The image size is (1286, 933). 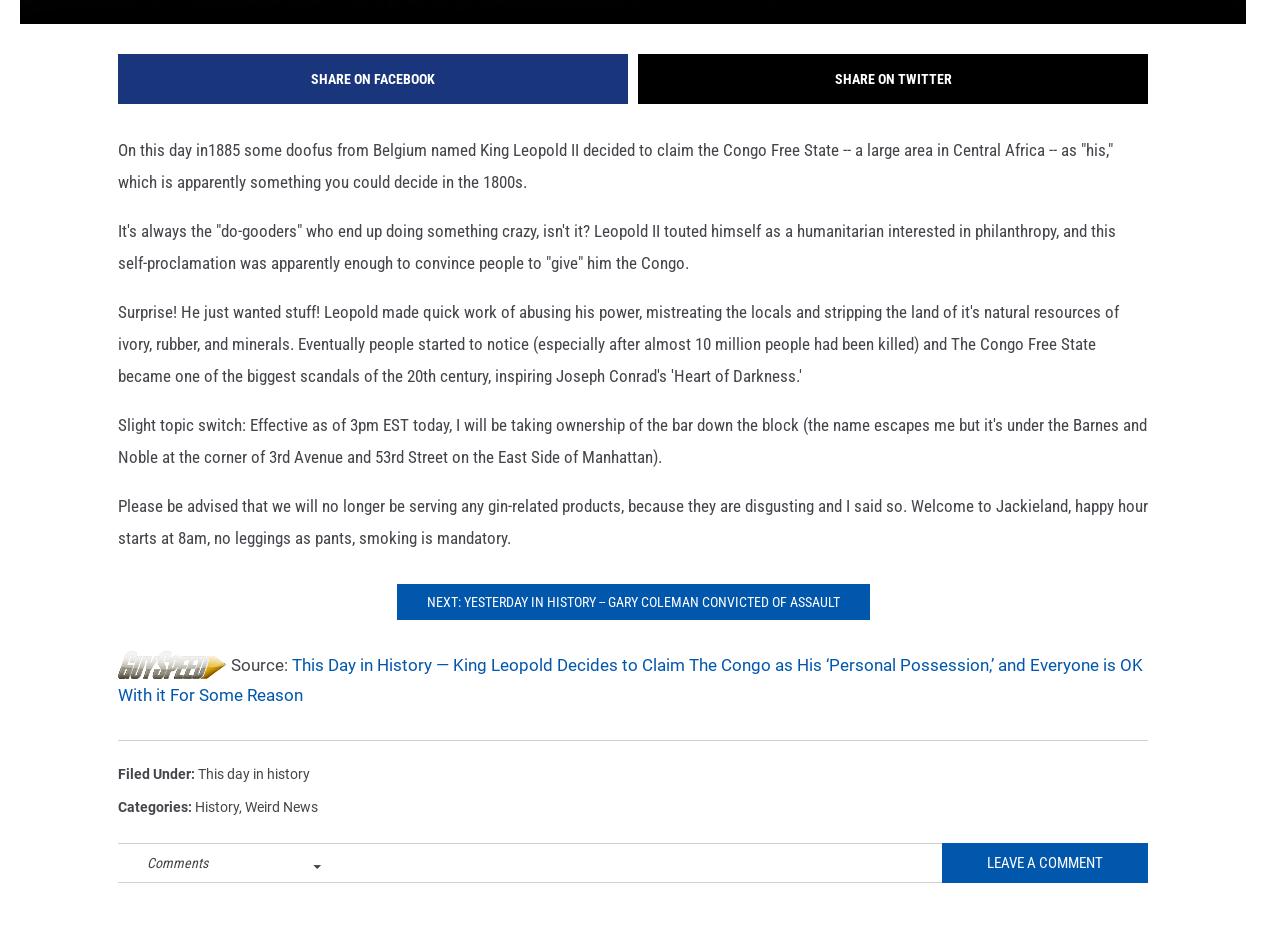 What do you see at coordinates (177, 895) in the screenshot?
I see `'Comments'` at bounding box center [177, 895].